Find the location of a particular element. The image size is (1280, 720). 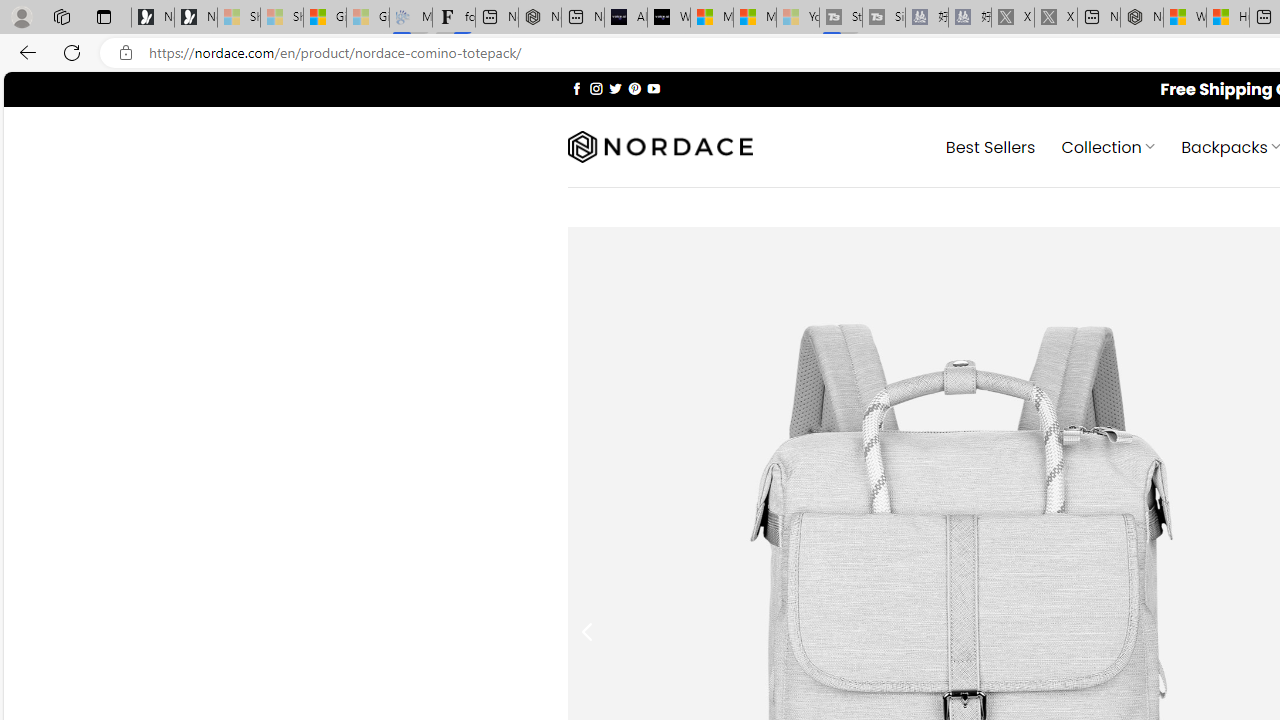

'Follow on Facebook' is located at coordinates (576, 87).